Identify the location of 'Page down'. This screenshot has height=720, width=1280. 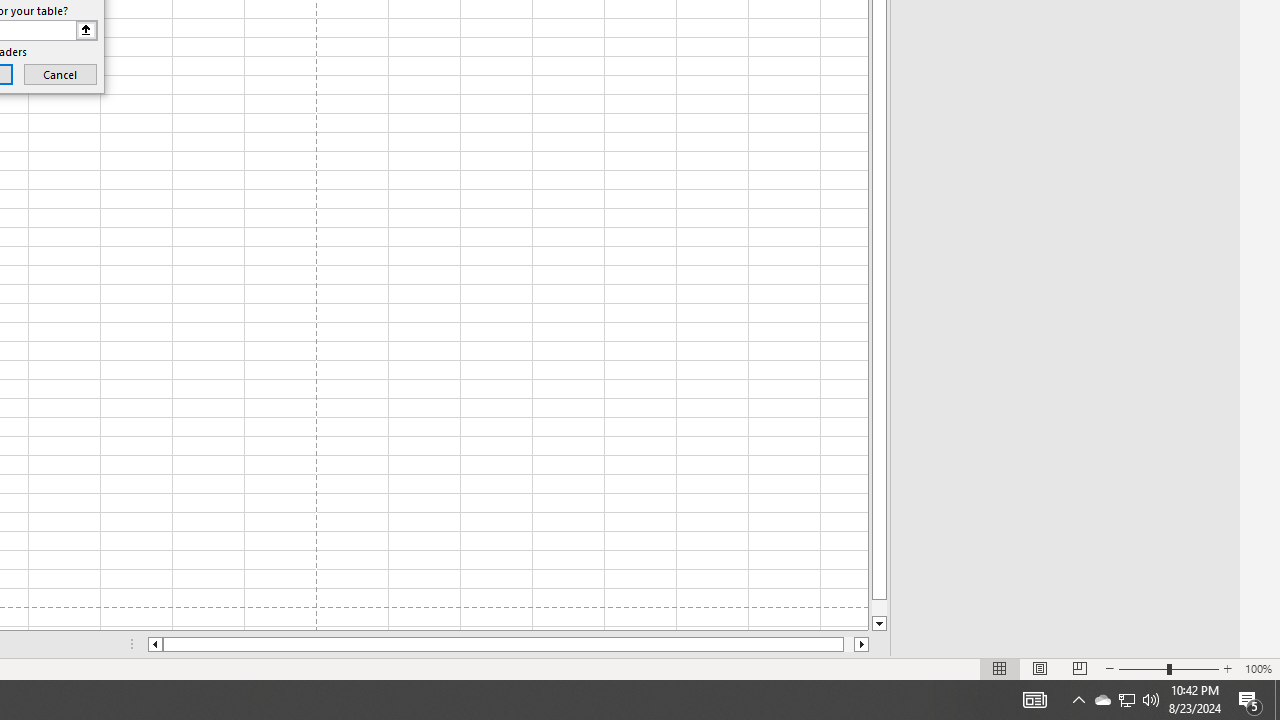
(879, 607).